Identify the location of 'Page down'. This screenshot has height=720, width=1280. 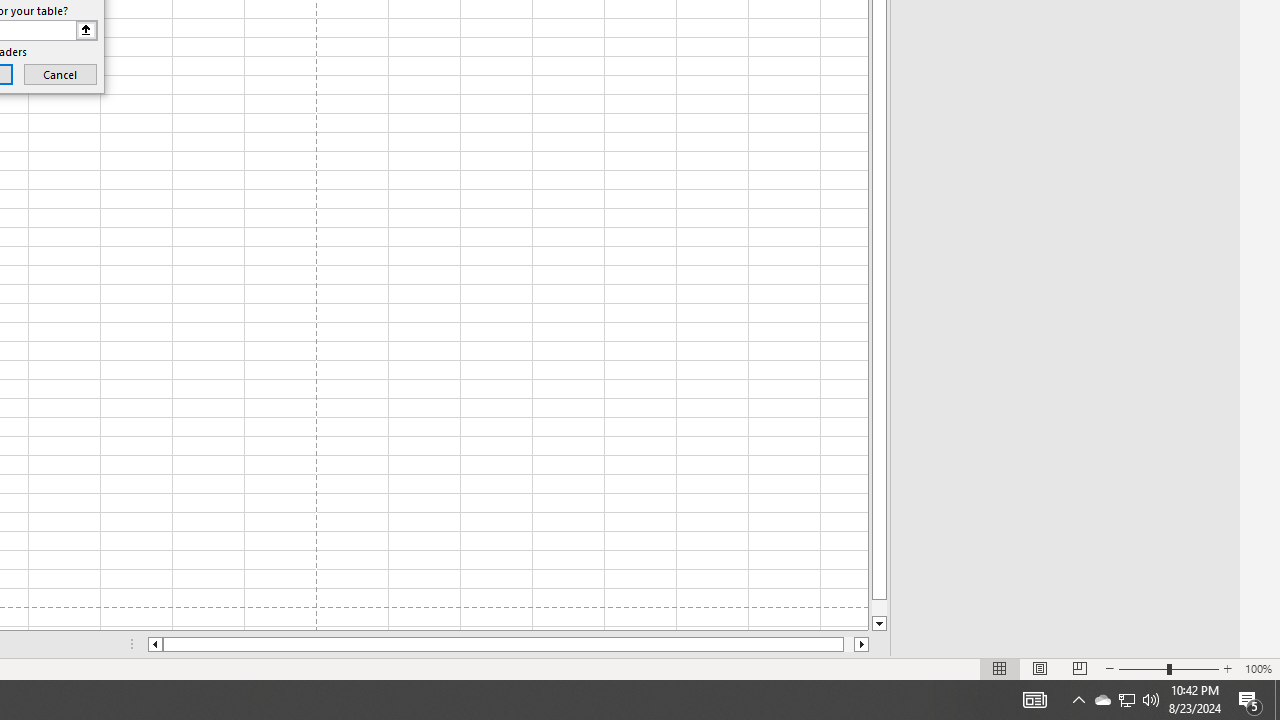
(879, 607).